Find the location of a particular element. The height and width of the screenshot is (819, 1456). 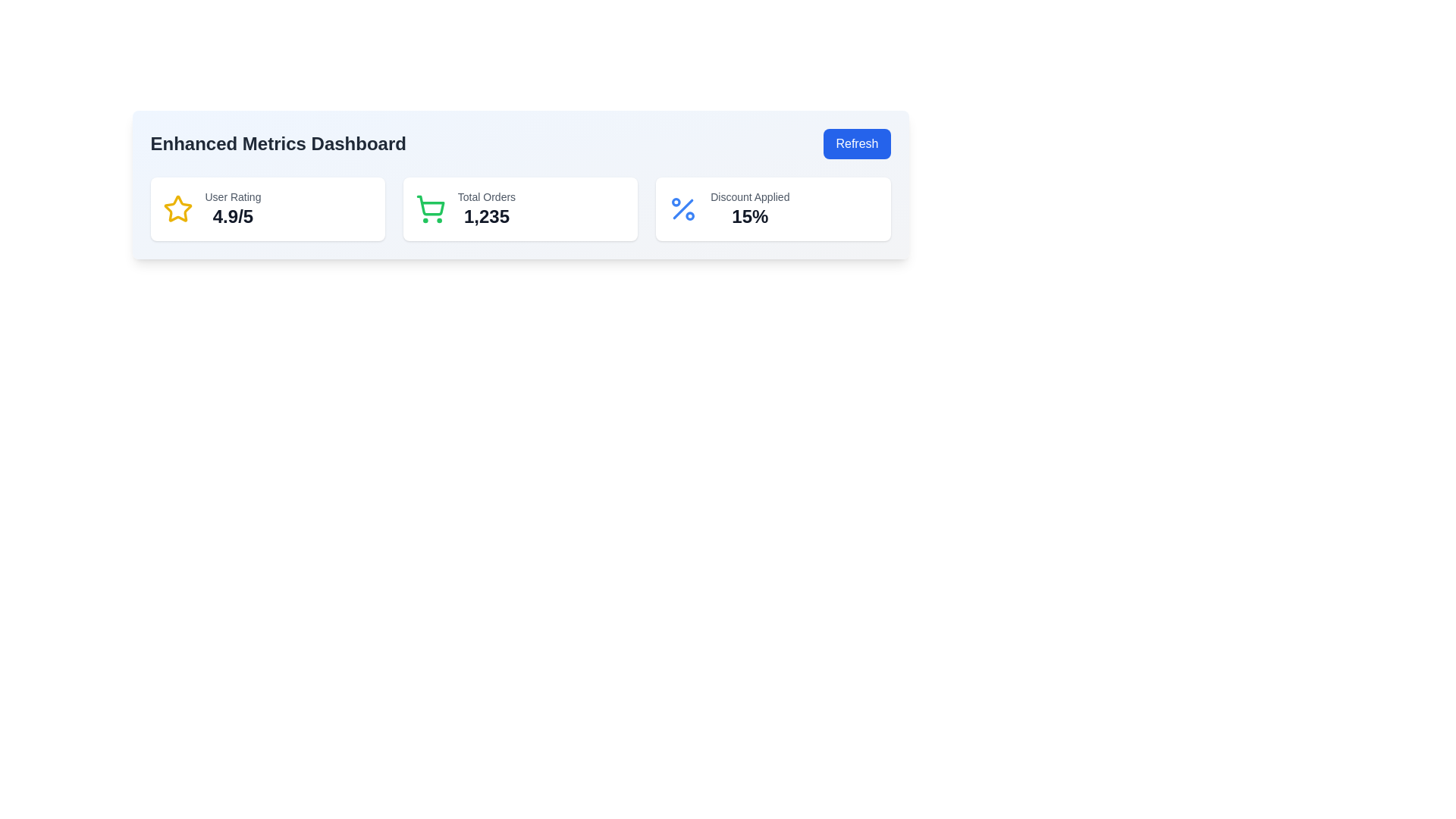

the star-shaped icon with a hollow center styled in yellow, located to the left of the text 'User Rating 4.9/5' in the 'User Rating' card on the Enhanced Metrics Dashboard is located at coordinates (177, 209).